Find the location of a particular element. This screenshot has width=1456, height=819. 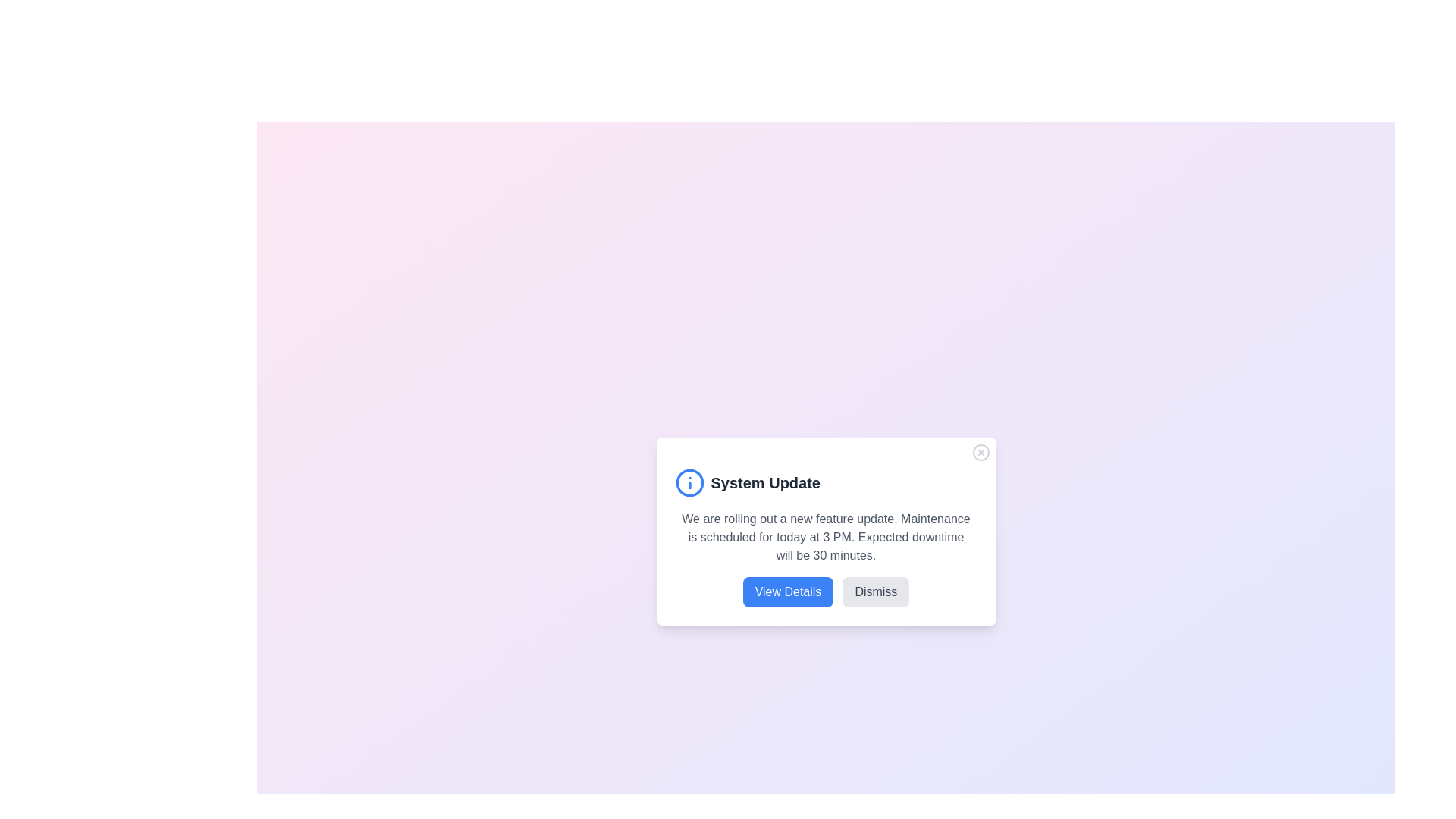

the text element that describes the system update and maintenance schedule, which is centrally aligned within the modal dialog and has a gray font color is located at coordinates (825, 537).